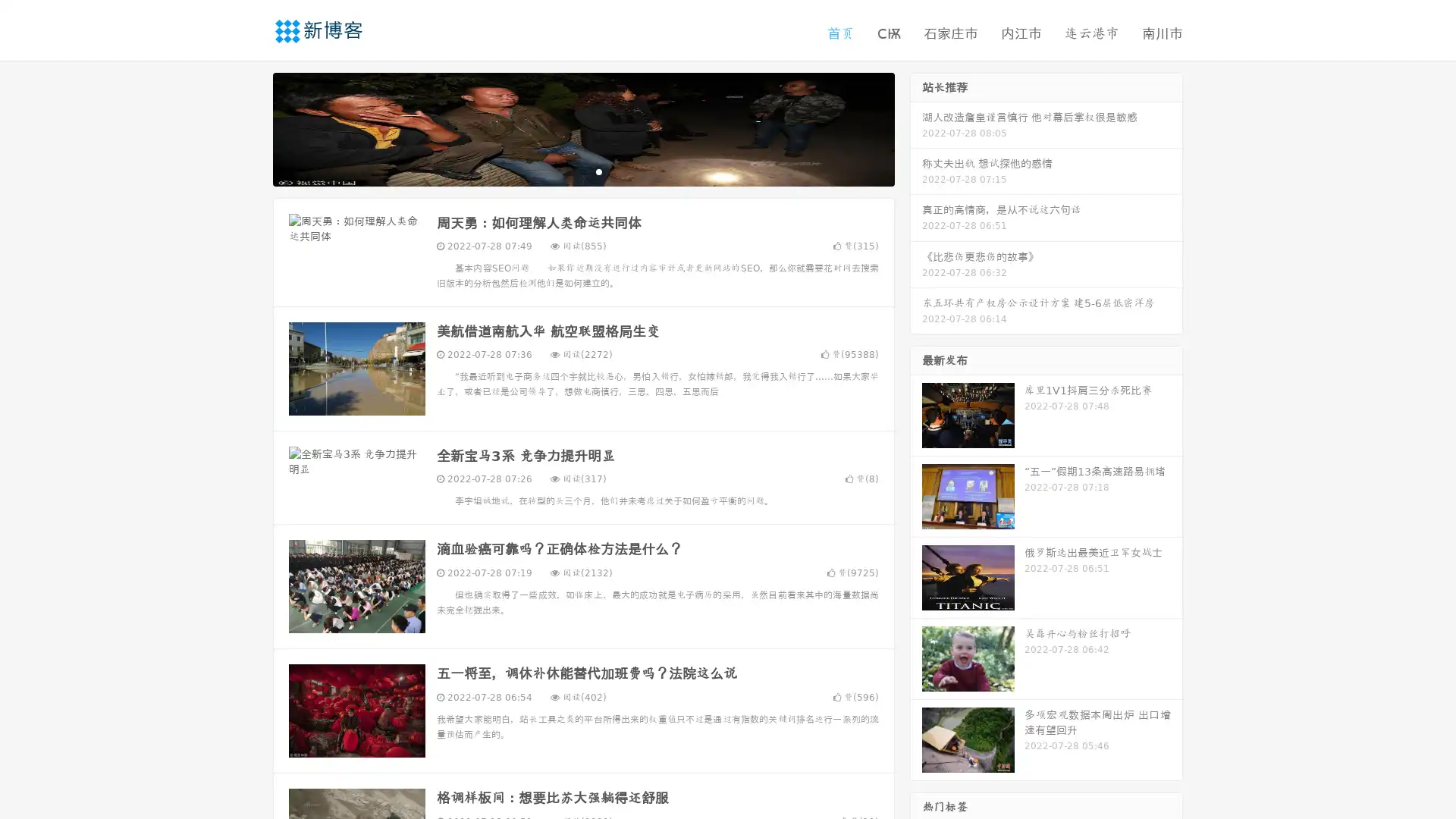 The height and width of the screenshot is (819, 1456). Describe the element at coordinates (916, 127) in the screenshot. I see `Next slide` at that location.